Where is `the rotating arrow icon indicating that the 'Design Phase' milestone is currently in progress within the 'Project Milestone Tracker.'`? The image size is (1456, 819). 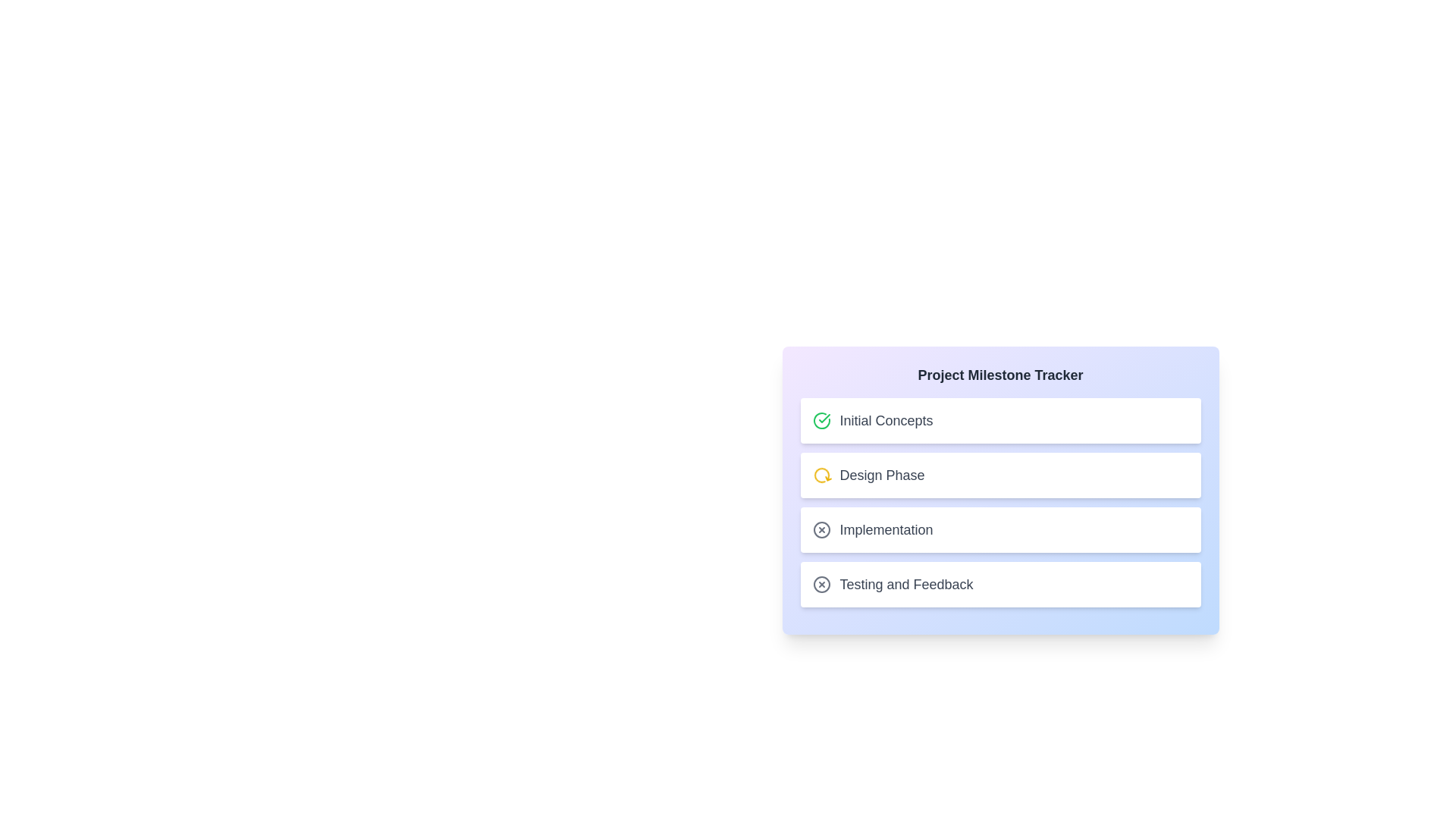 the rotating arrow icon indicating that the 'Design Phase' milestone is currently in progress within the 'Project Milestone Tracker.' is located at coordinates (821, 475).